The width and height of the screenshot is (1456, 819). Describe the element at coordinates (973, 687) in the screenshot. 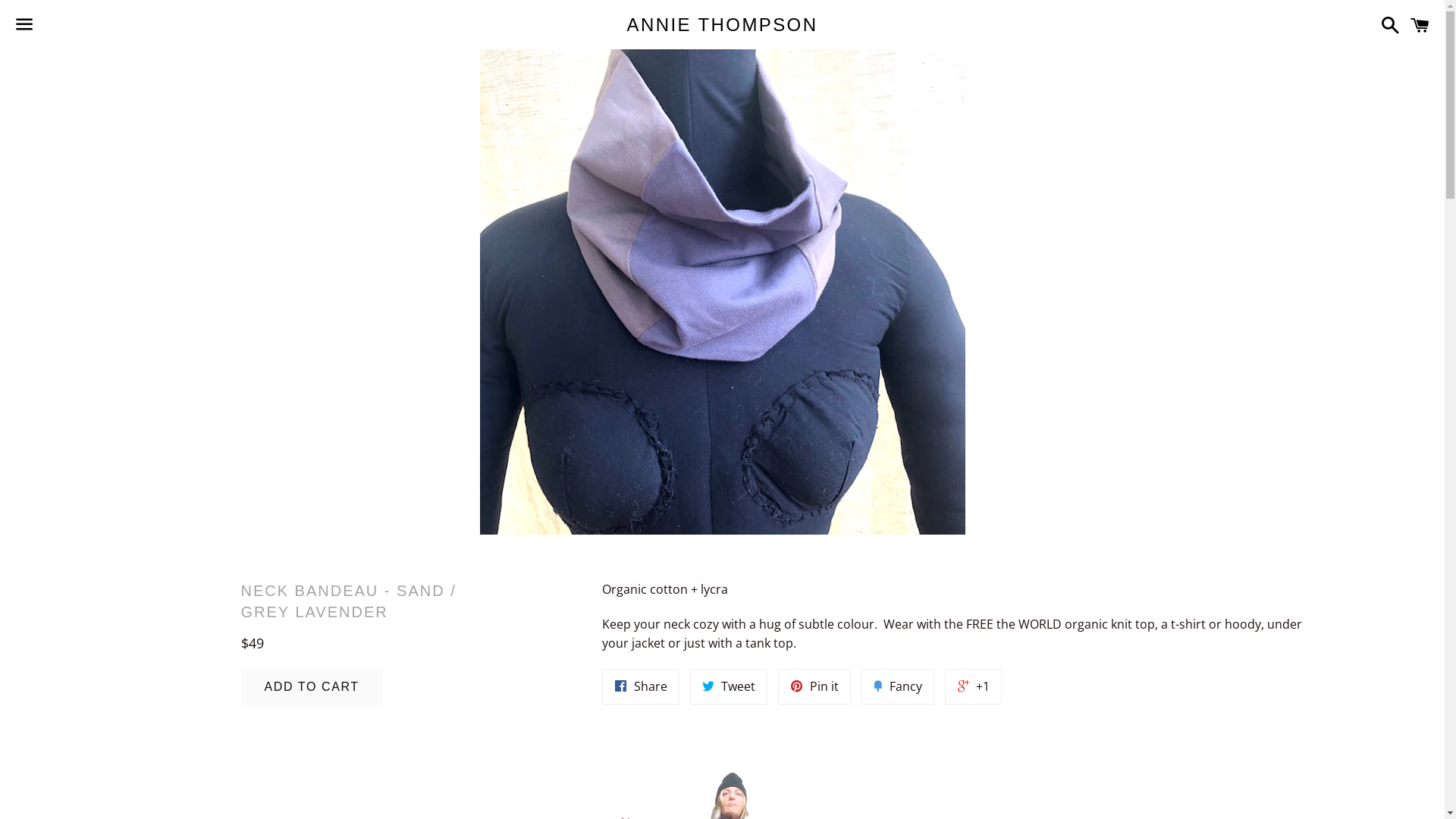

I see `'+1'` at that location.